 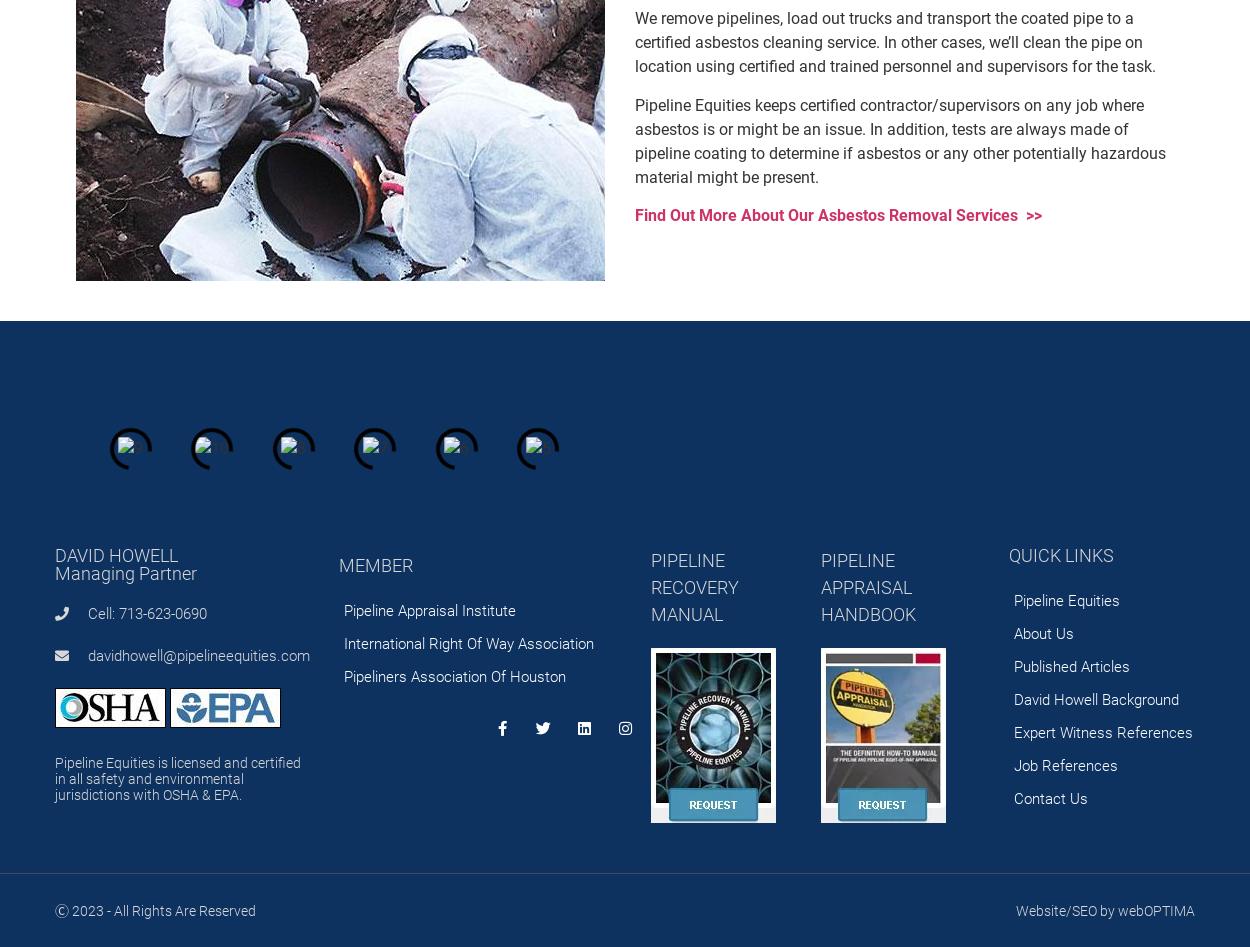 What do you see at coordinates (866, 586) in the screenshot?
I see `'PIPELINE APPRAISAL HANDBOOK'` at bounding box center [866, 586].